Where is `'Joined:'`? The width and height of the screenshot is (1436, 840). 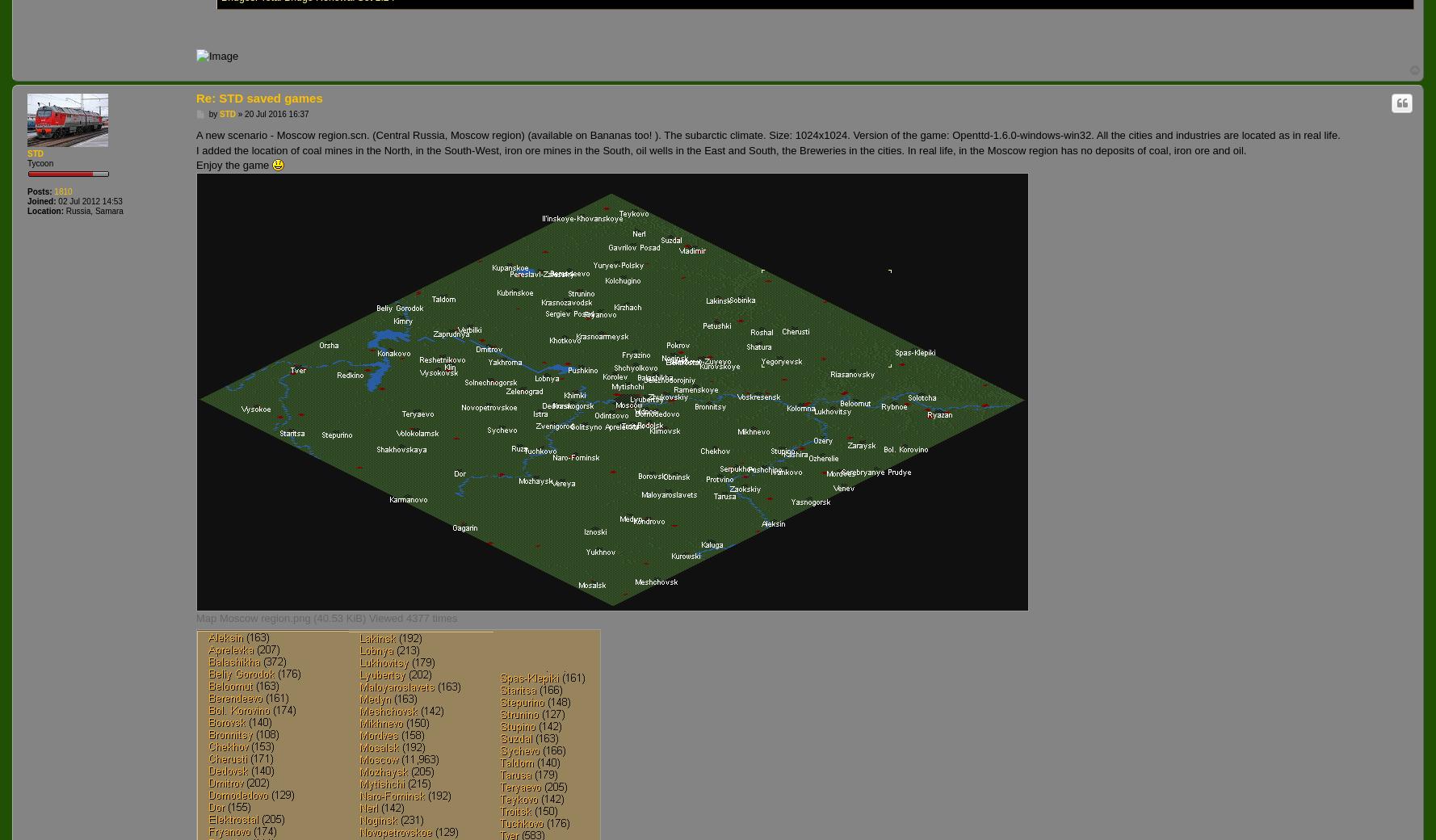 'Joined:' is located at coordinates (41, 201).